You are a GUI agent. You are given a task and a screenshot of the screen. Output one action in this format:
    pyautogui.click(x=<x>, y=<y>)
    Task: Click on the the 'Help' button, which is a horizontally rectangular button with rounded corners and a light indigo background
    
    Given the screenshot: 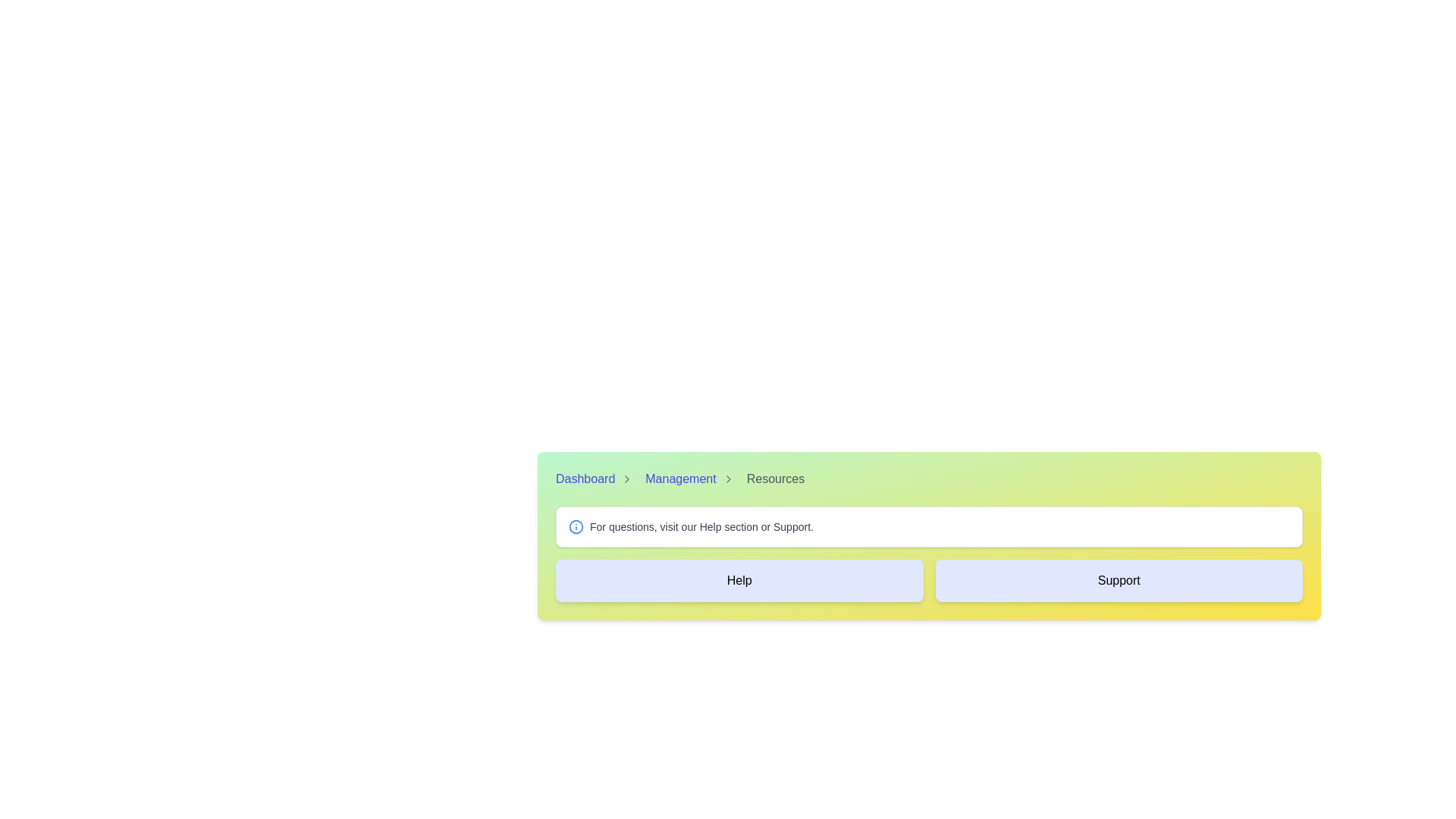 What is the action you would take?
    pyautogui.click(x=739, y=580)
    